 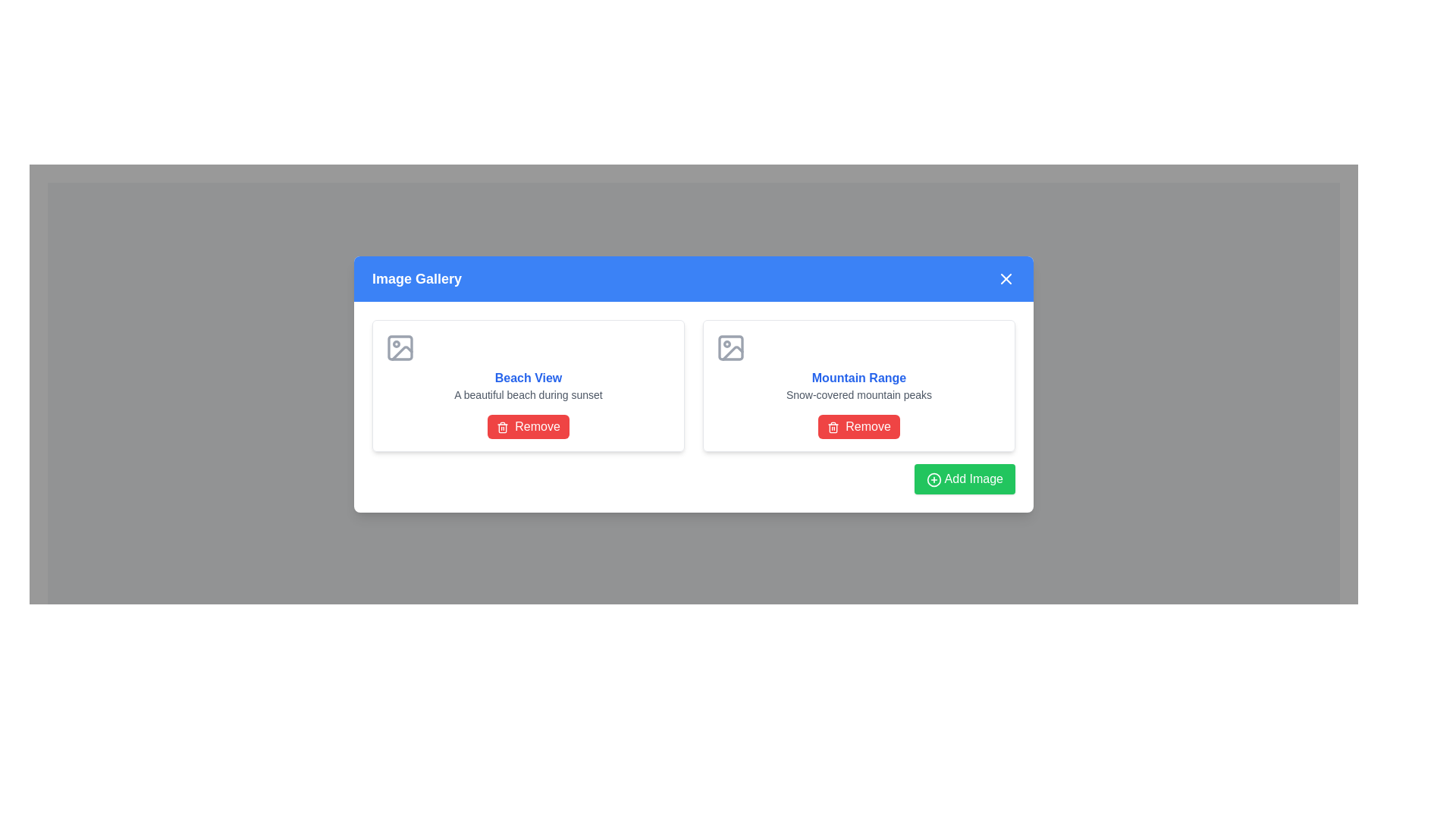 What do you see at coordinates (964, 479) in the screenshot?
I see `the 'Add Image' button located at the bottom-right corner of the dialog box with a green background and white text, which includes a circular icon with a plus sign` at bounding box center [964, 479].